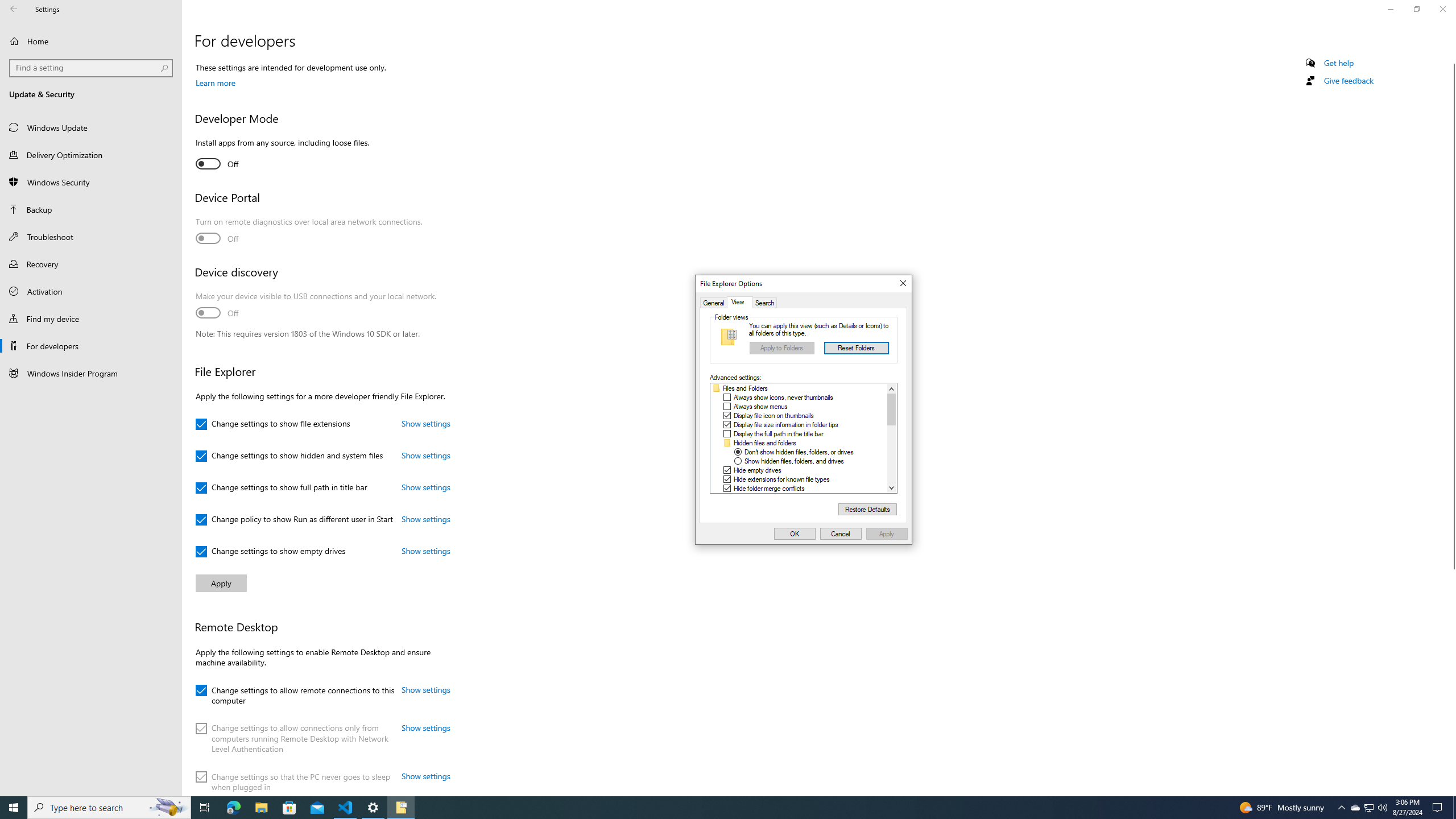 The width and height of the screenshot is (1456, 819). What do you see at coordinates (785, 424) in the screenshot?
I see `'Display file size information in folder tips'` at bounding box center [785, 424].